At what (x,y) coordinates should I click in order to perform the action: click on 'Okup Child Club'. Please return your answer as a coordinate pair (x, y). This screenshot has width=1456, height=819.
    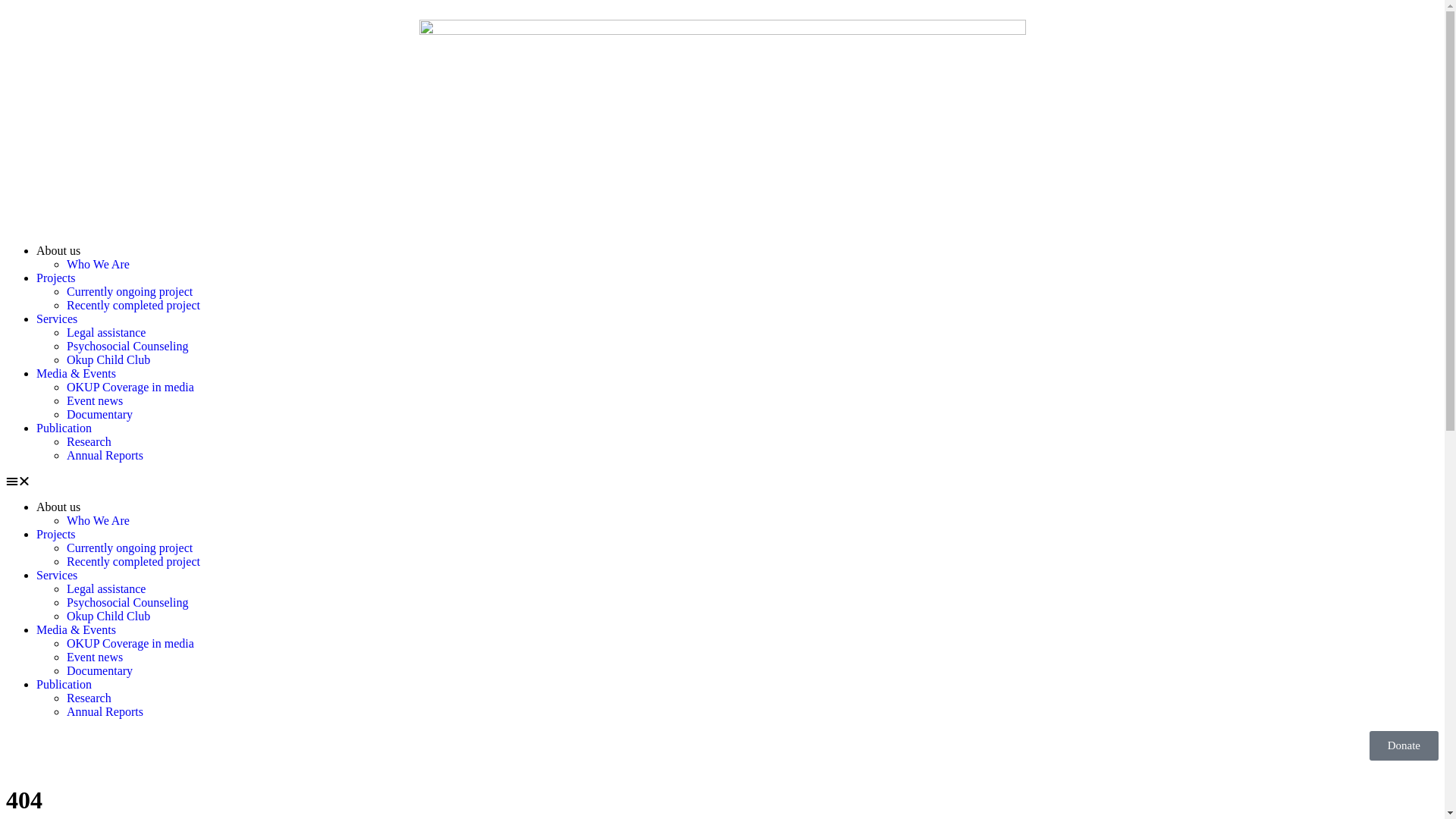
    Looking at the image, I should click on (65, 616).